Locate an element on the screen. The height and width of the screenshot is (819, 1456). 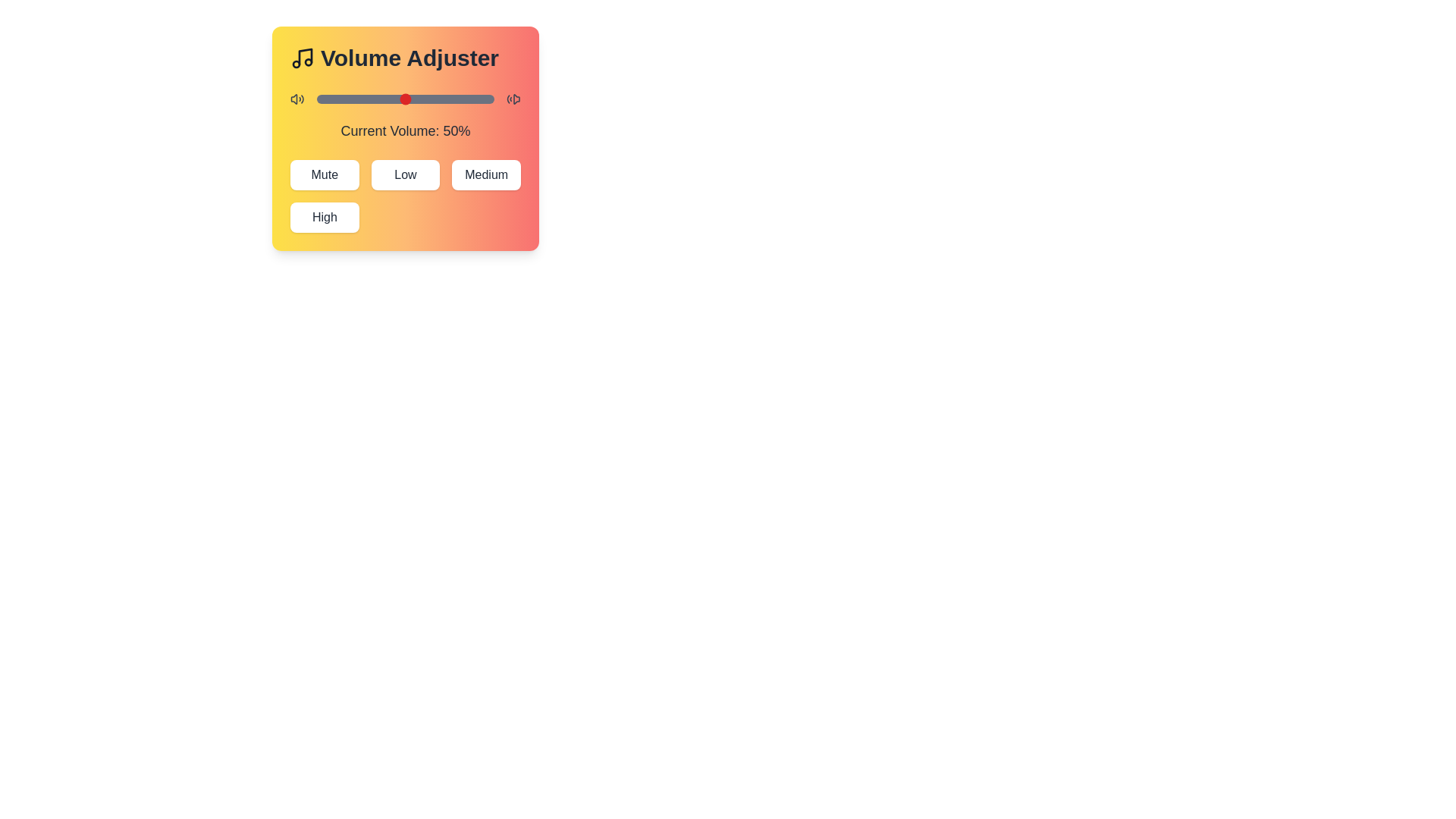
the decorative icon volume_symbol_right is located at coordinates (513, 99).